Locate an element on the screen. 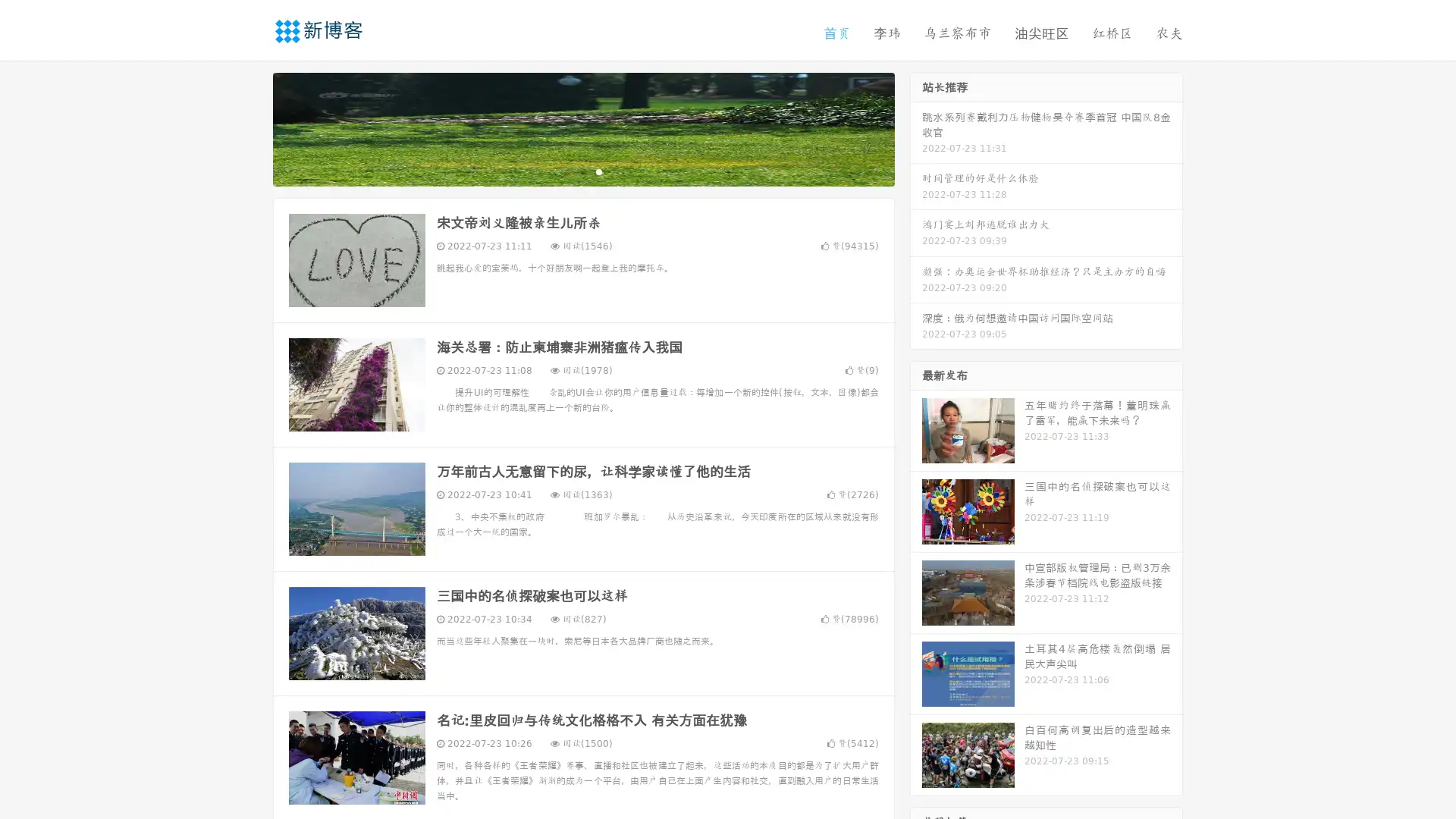 The image size is (1456, 819). Previous slide is located at coordinates (250, 127).